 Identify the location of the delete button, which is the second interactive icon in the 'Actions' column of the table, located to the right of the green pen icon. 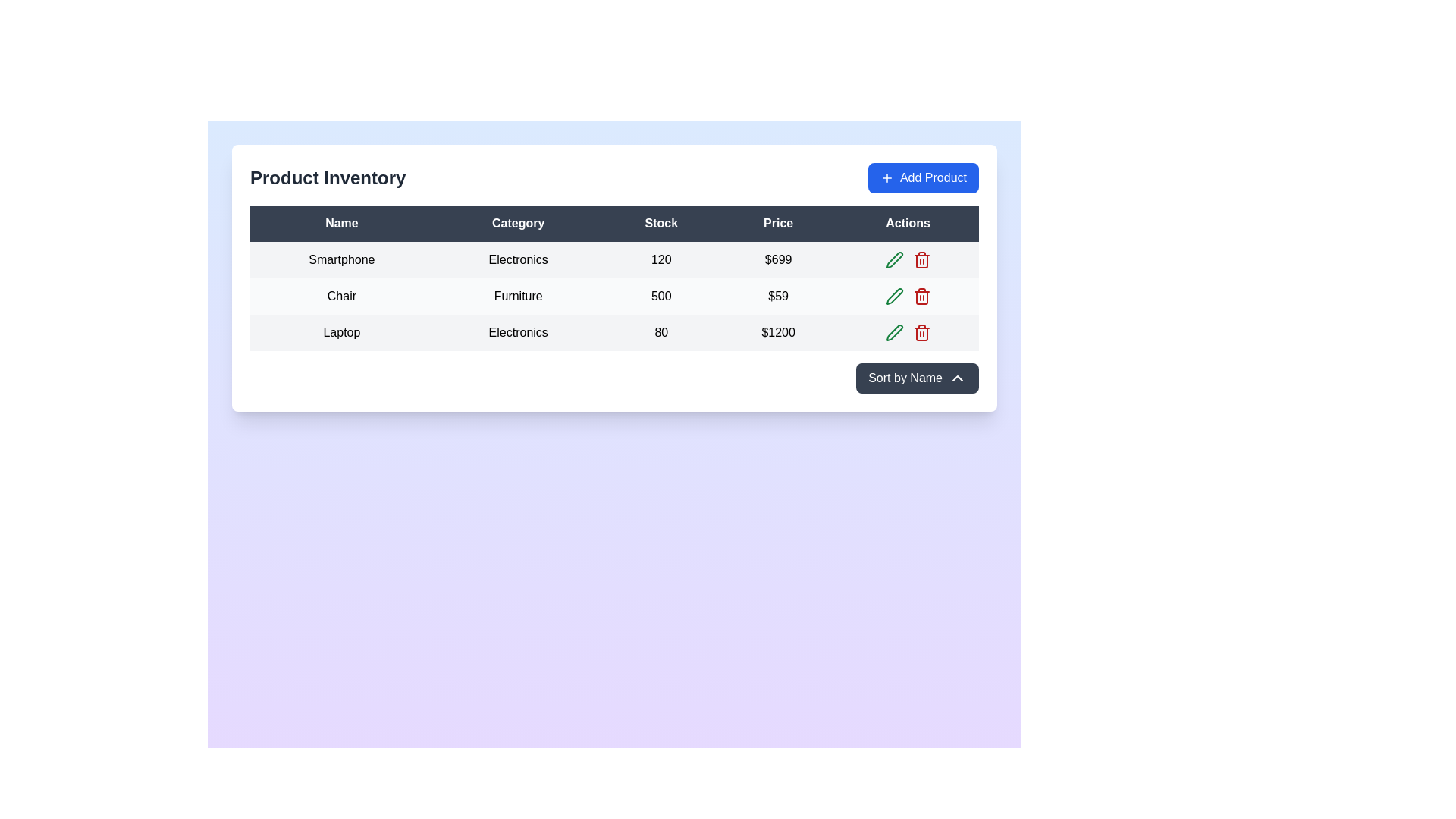
(921, 332).